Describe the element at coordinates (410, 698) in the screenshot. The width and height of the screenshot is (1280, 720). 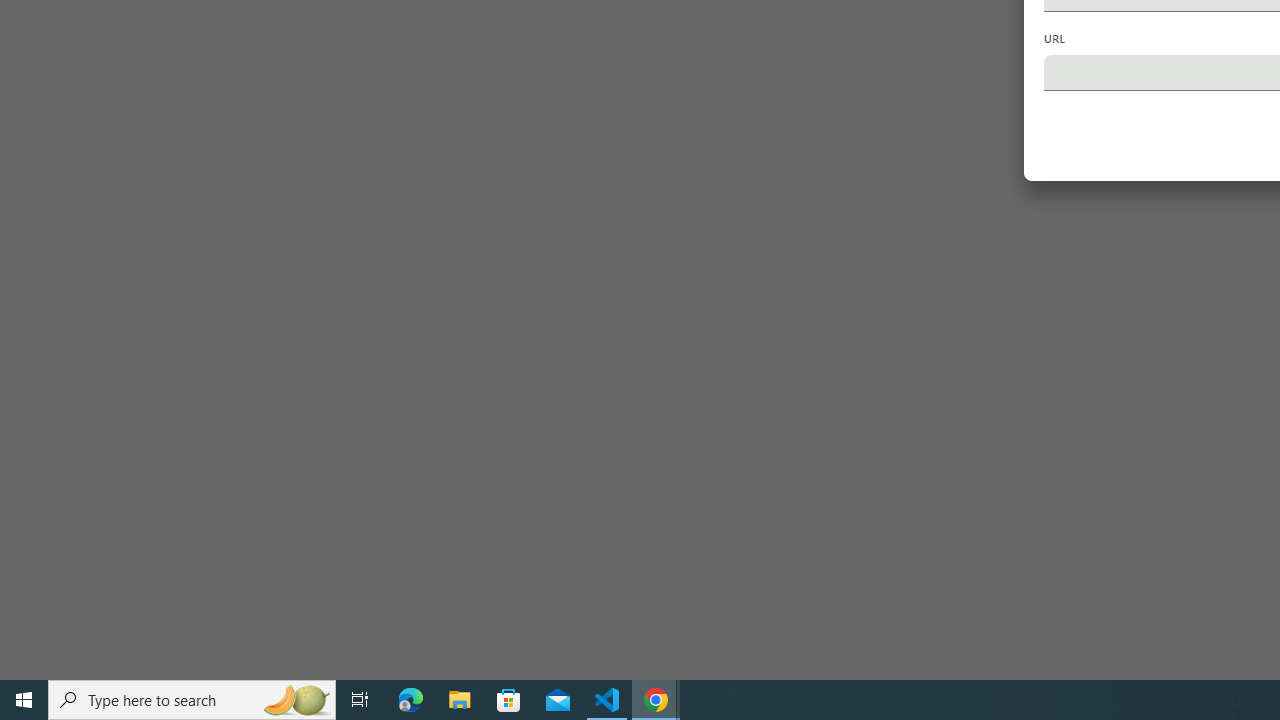
I see `'Microsoft Edge'` at that location.